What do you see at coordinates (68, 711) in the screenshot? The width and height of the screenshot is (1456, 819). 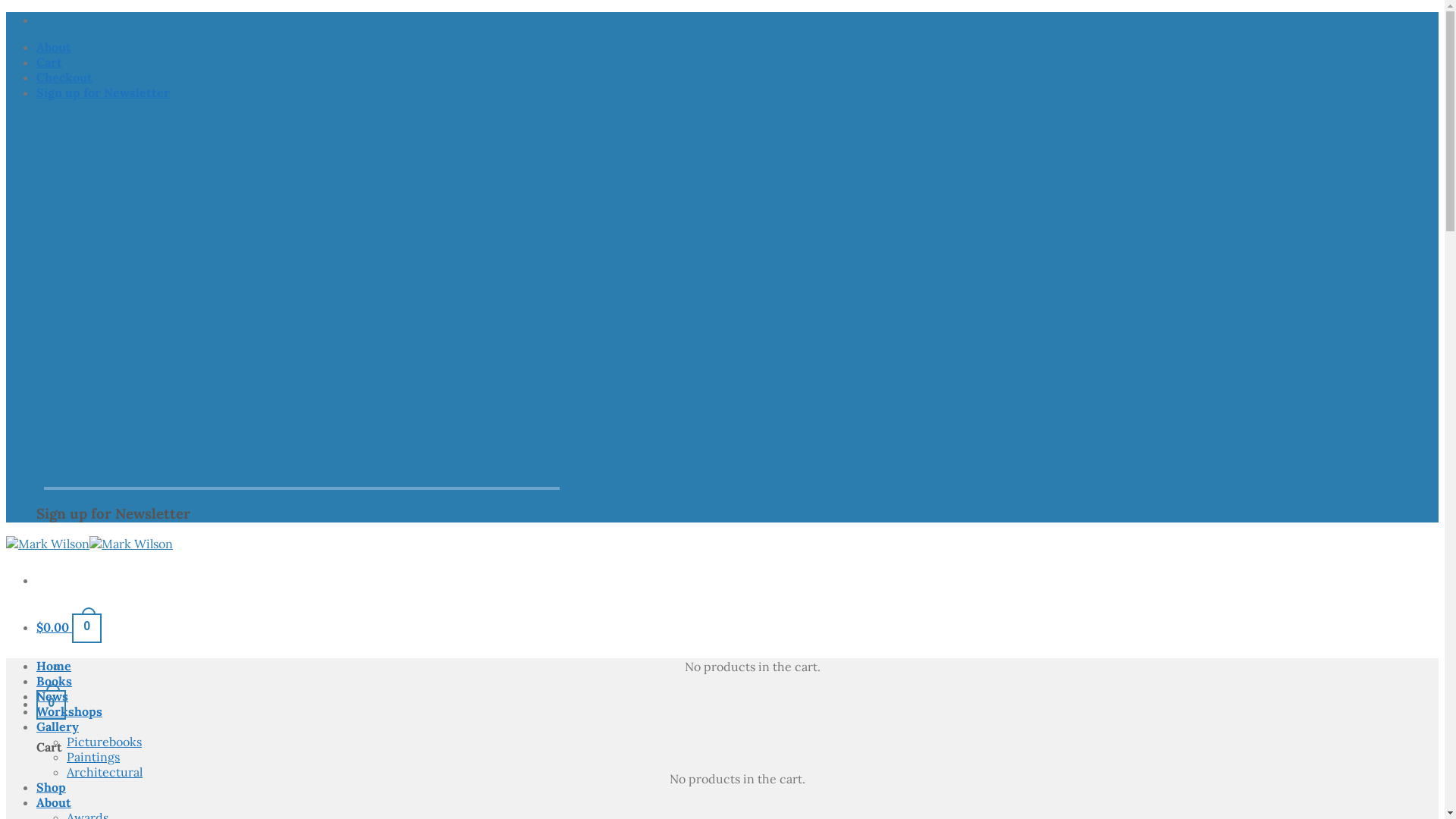 I see `'Workshops'` at bounding box center [68, 711].